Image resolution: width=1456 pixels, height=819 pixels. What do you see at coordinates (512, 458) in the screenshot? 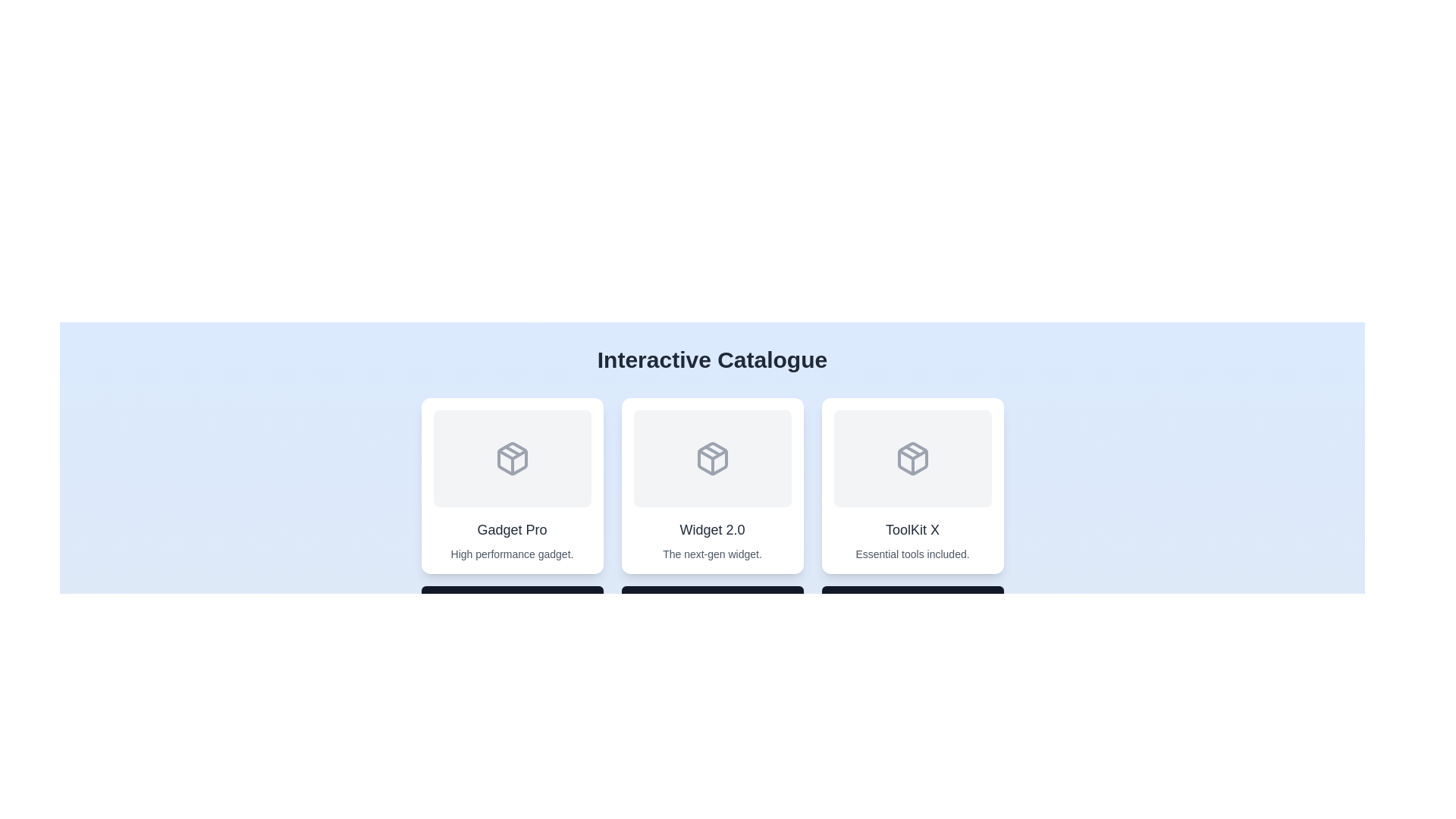
I see `the visual representation of the gray three-dimensional cube icon, which is the leftmost icon in the row of three cards under the 'Interactive Catalogue' header, enclosed within the 'Gadget Pro' card` at bounding box center [512, 458].